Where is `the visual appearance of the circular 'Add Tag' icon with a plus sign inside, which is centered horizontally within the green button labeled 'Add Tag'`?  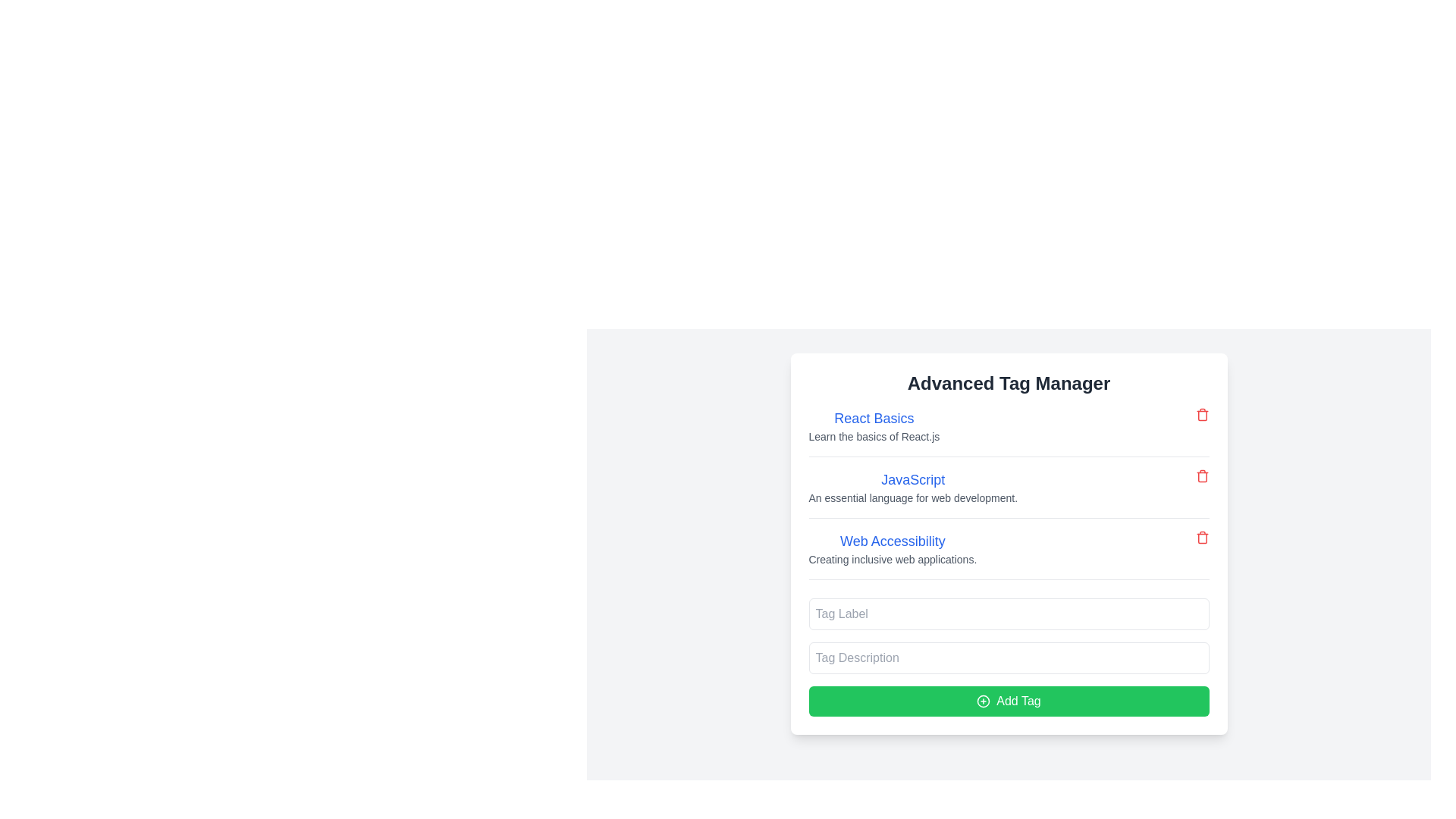
the visual appearance of the circular 'Add Tag' icon with a plus sign inside, which is centered horizontally within the green button labeled 'Add Tag' is located at coordinates (984, 701).